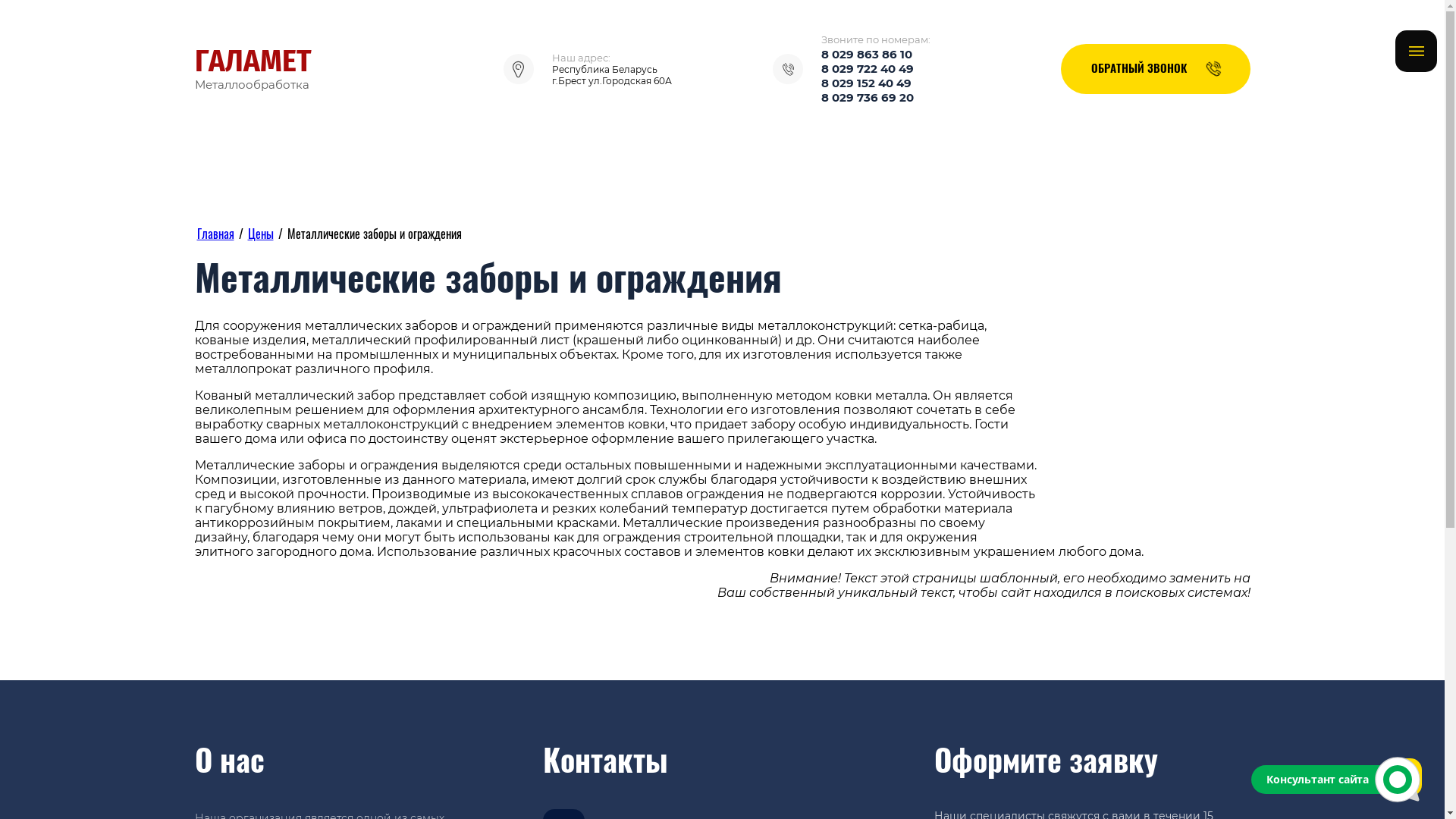  Describe the element at coordinates (867, 68) in the screenshot. I see `'8 029 722 40 49'` at that location.